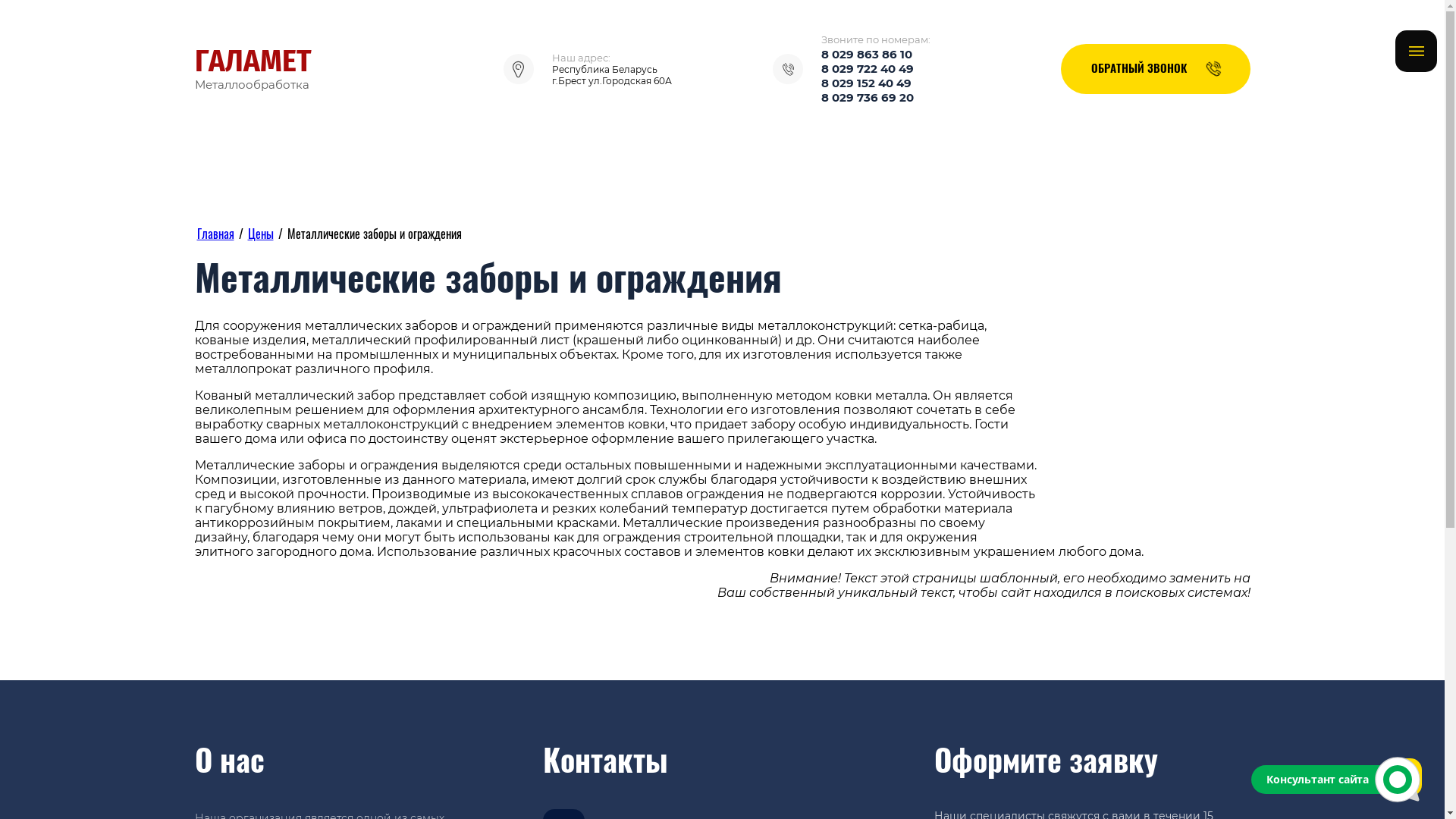  Describe the element at coordinates (867, 68) in the screenshot. I see `'8 029 722 40 49'` at that location.